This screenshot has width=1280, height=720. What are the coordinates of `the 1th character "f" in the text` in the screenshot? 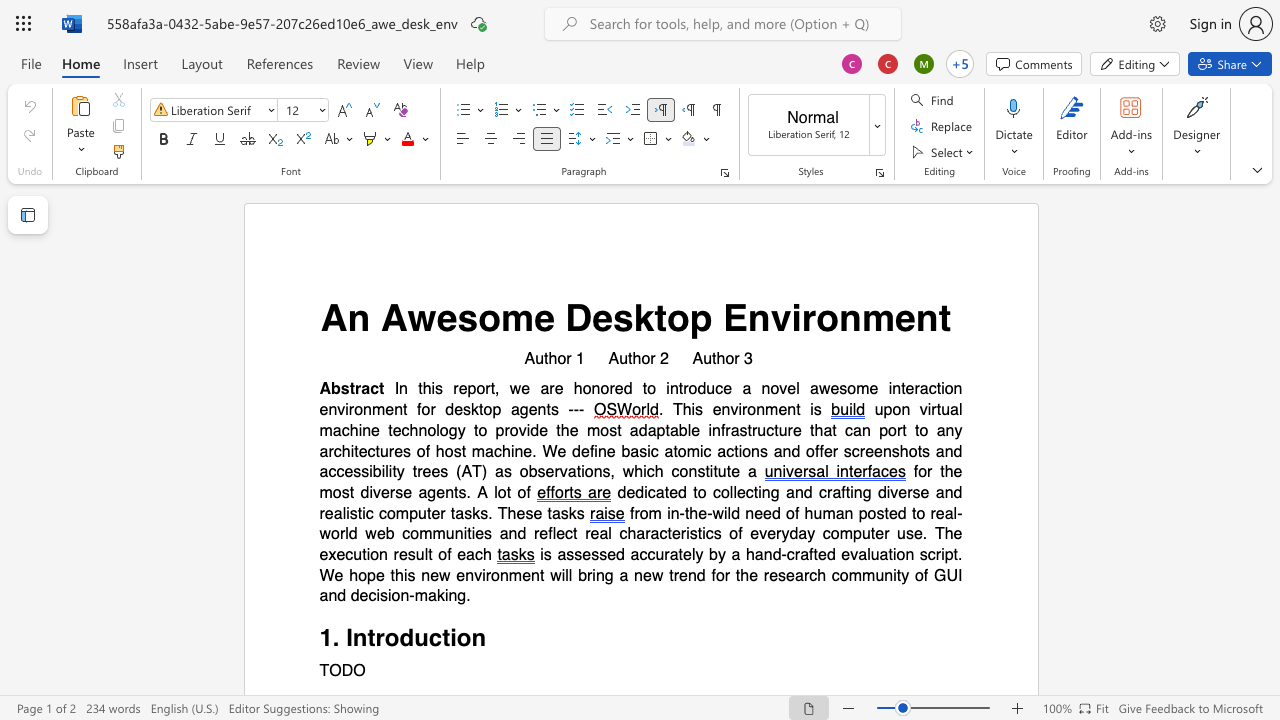 It's located at (713, 575).